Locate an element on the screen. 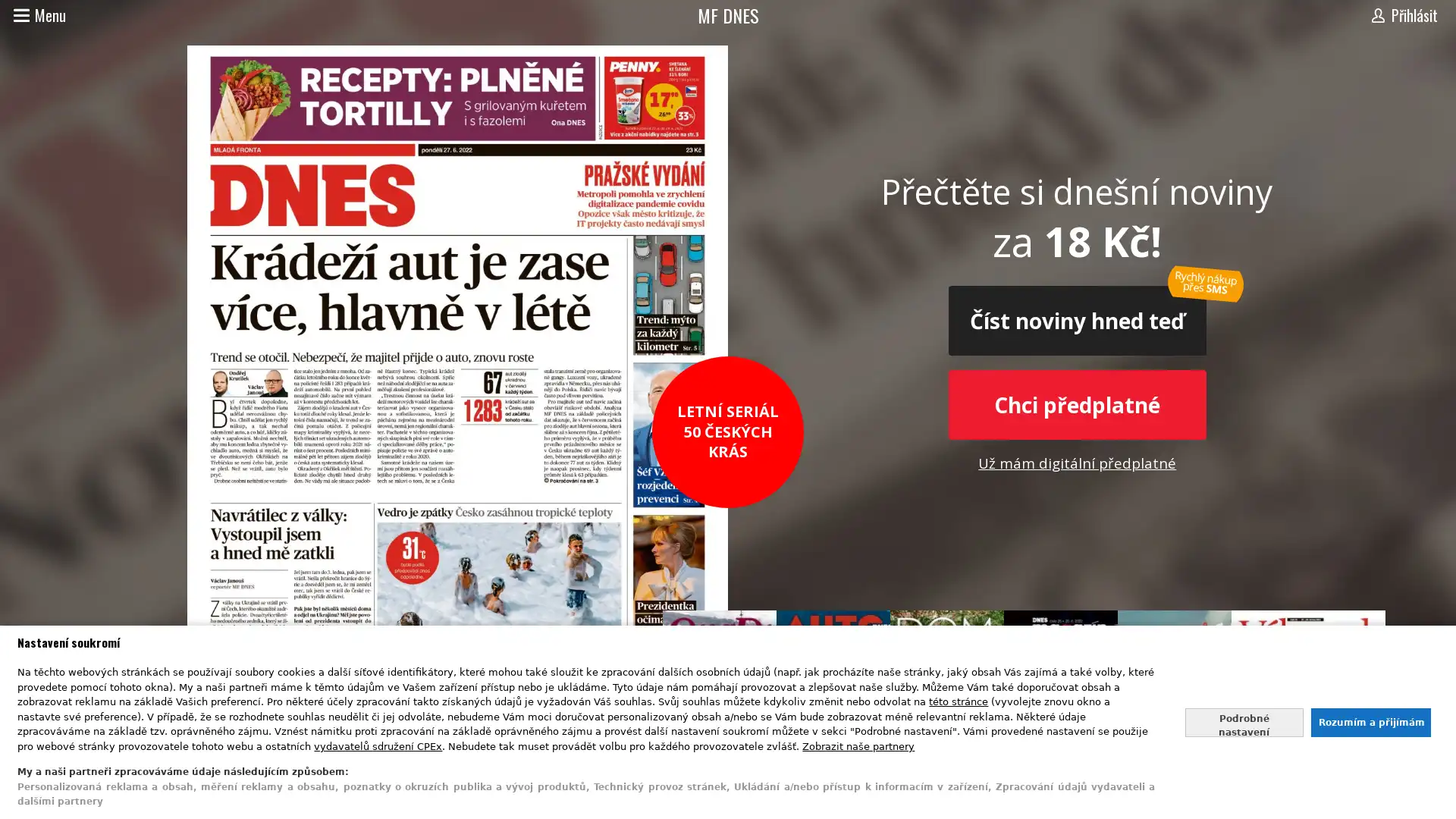 This screenshot has width=1456, height=819. Zobrazit nase partnery is located at coordinates (858, 745).